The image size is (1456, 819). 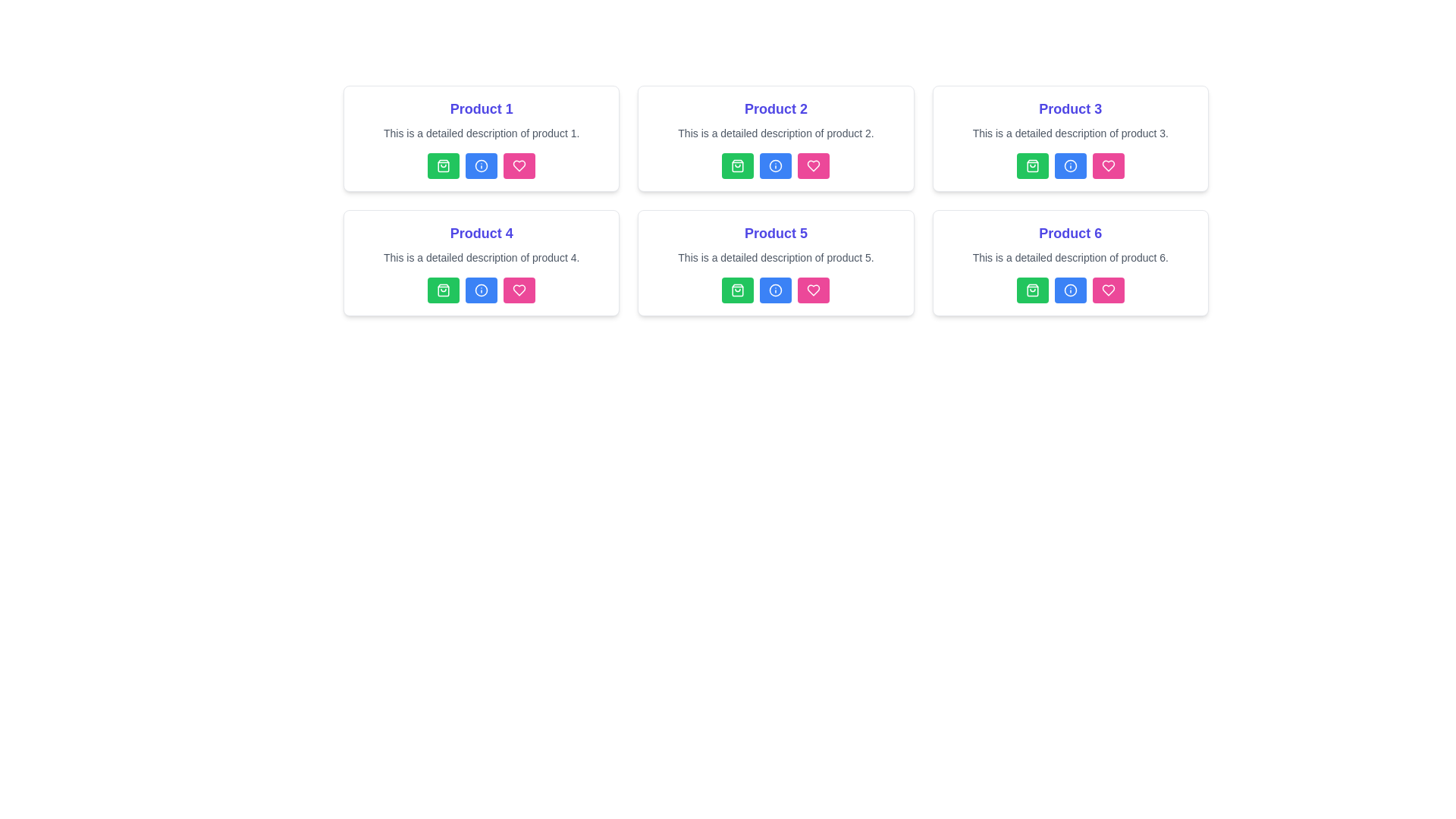 I want to click on the shopping bag icon button located at the center of the green button in the fifth product card on the second row of the product grid, so click(x=738, y=290).